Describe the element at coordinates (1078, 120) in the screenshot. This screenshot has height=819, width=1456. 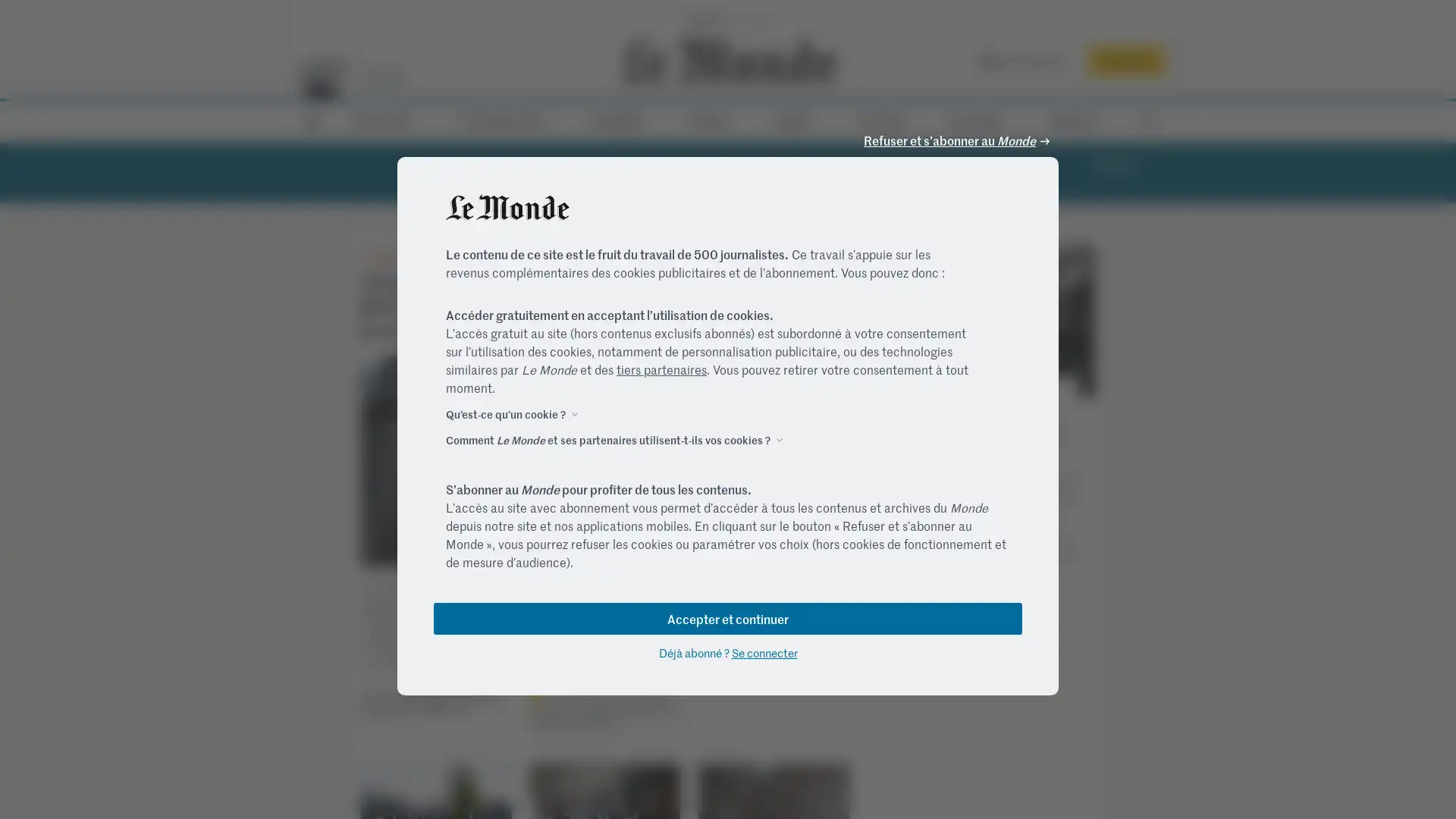
I see `SERVICES` at that location.